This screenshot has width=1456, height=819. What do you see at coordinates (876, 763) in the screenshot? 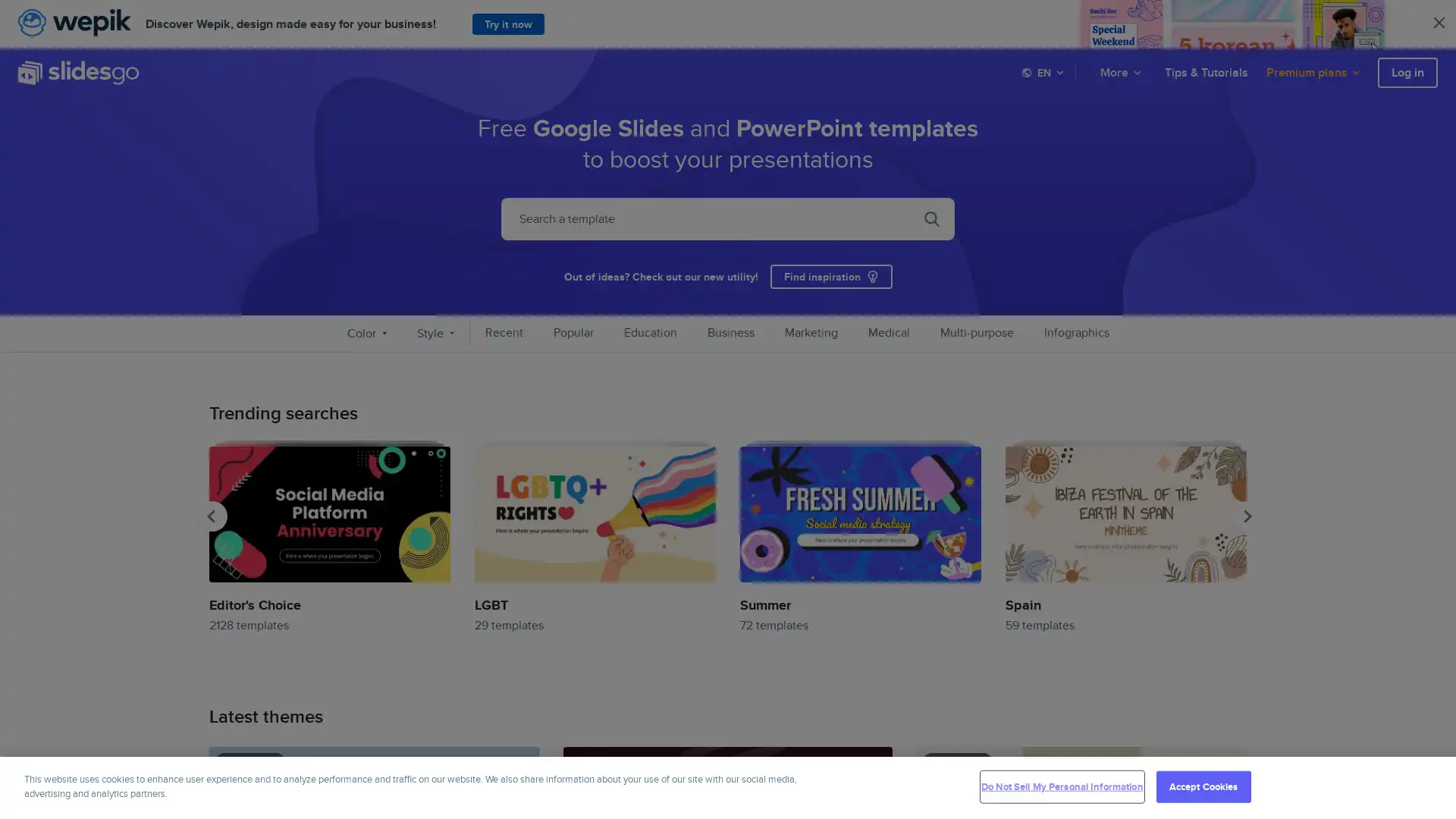
I see `Favorite button` at bounding box center [876, 763].